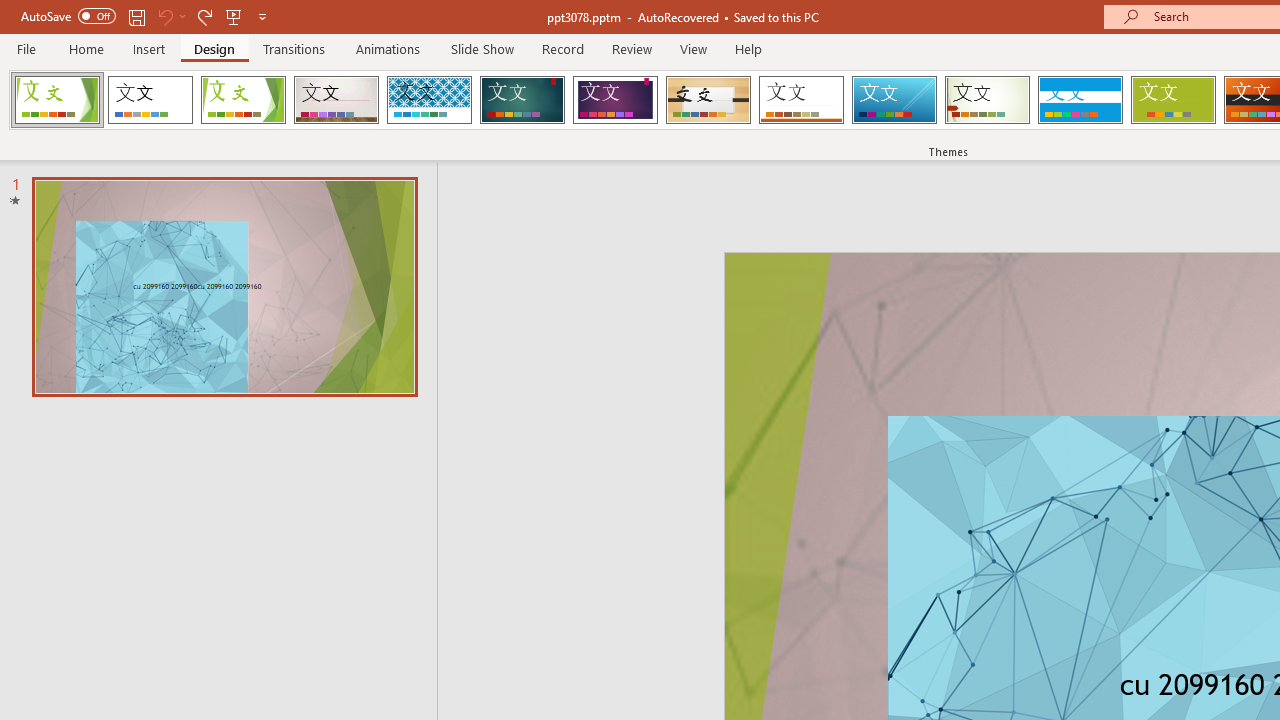 This screenshot has height=720, width=1280. What do you see at coordinates (801, 100) in the screenshot?
I see `'Retrospect Loading Preview...'` at bounding box center [801, 100].